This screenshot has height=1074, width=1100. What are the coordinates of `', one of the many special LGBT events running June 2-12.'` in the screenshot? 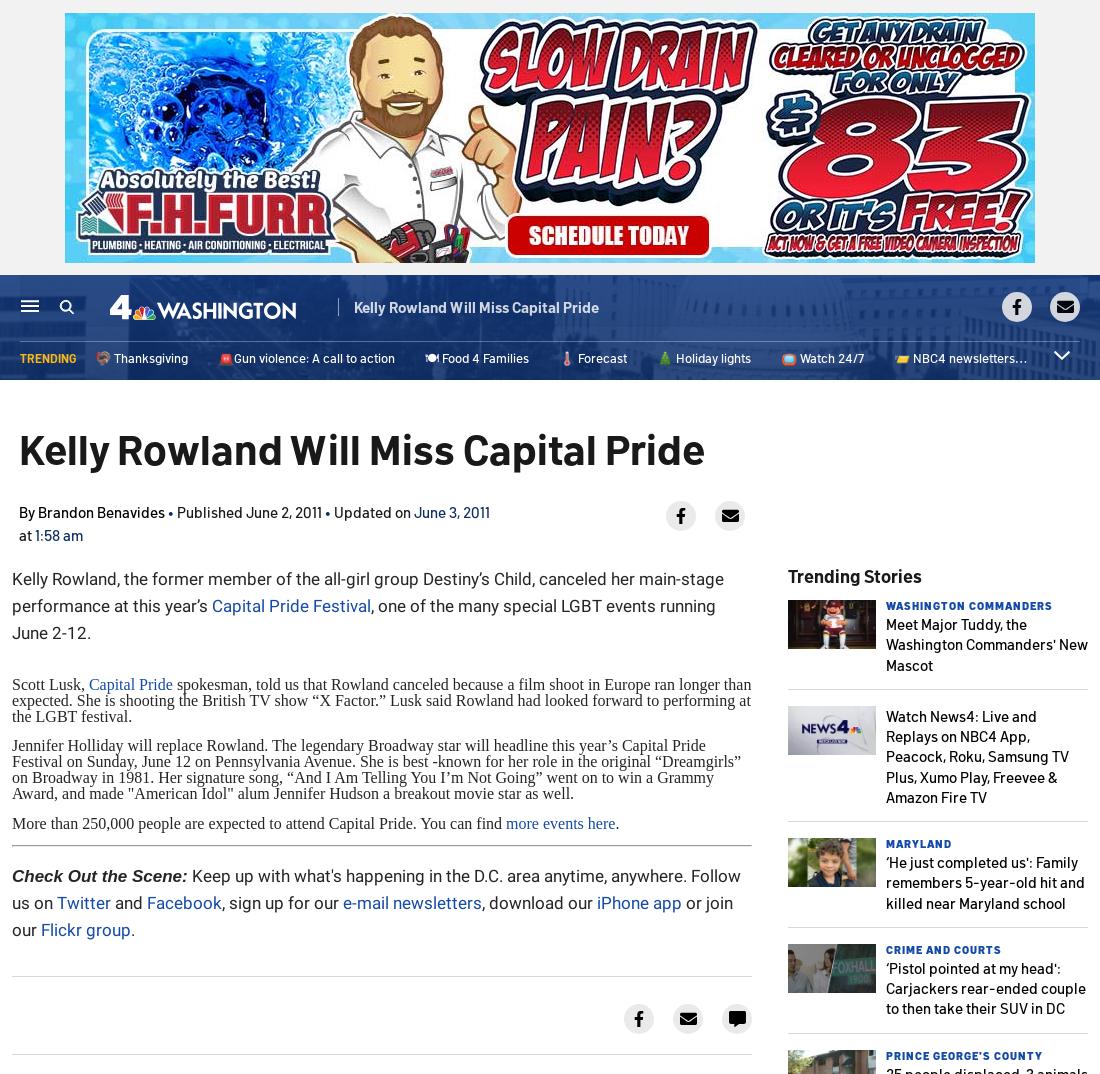 It's located at (10, 619).